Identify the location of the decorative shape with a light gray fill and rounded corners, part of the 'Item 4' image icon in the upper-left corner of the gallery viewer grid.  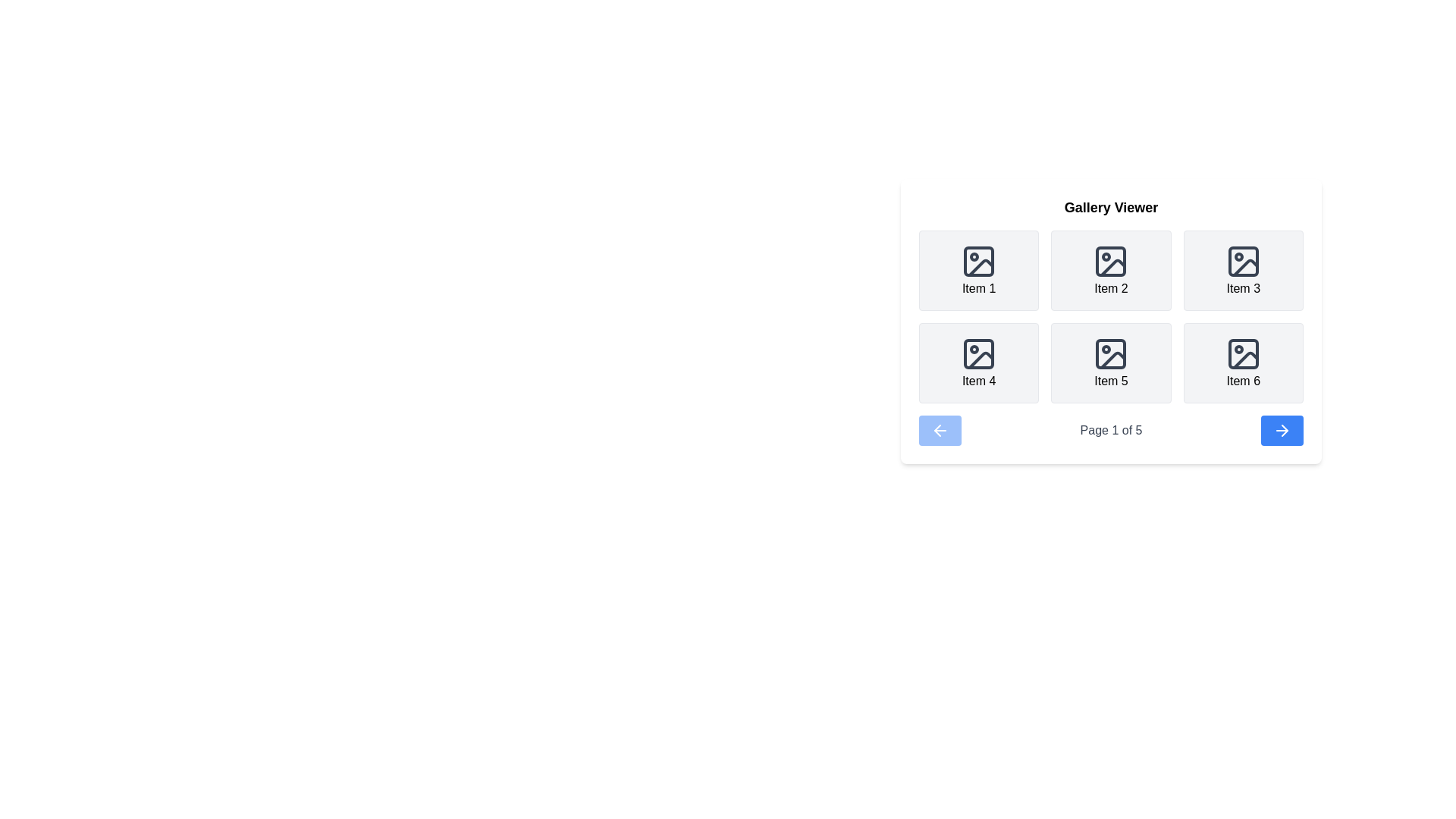
(979, 353).